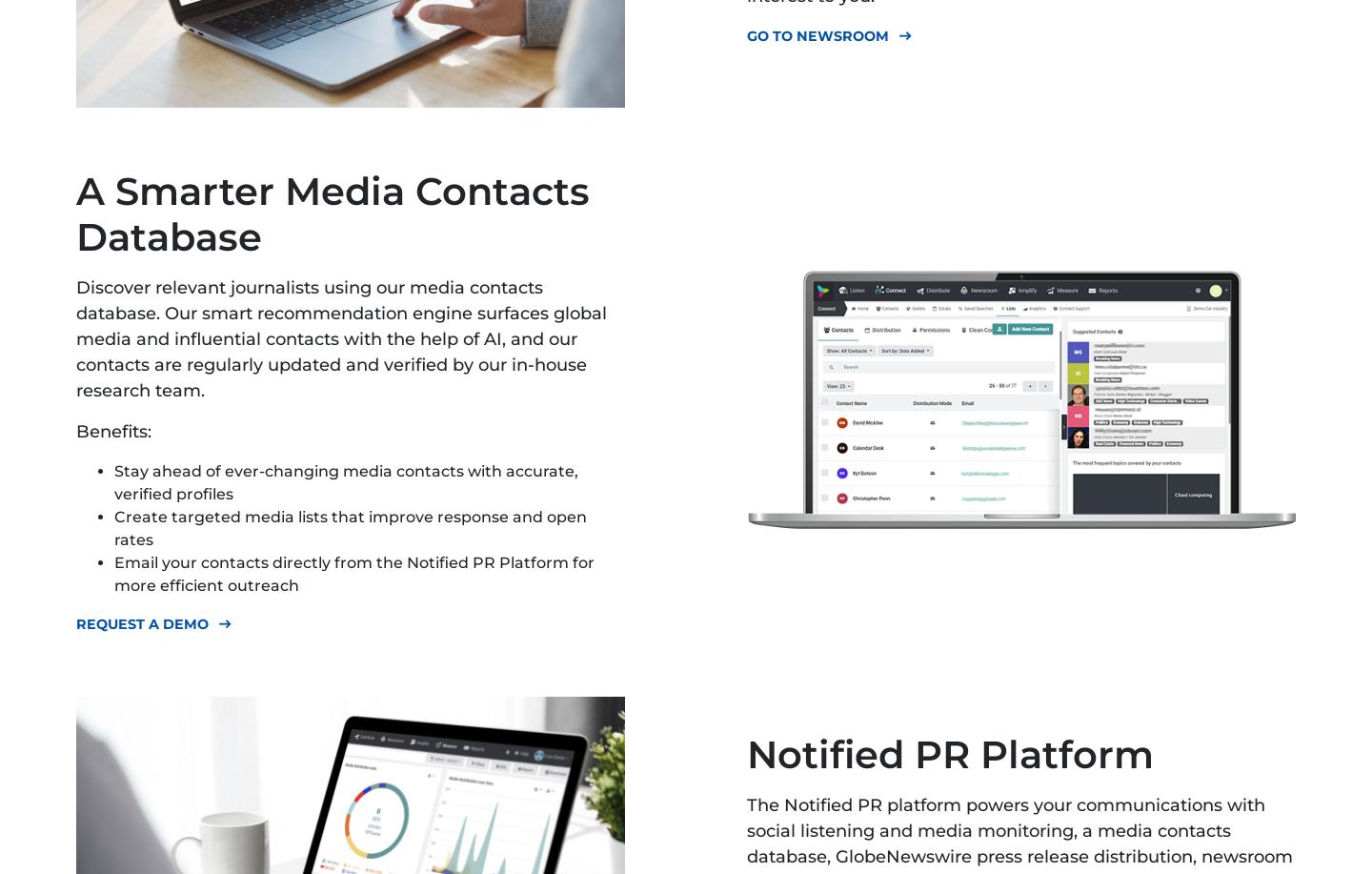  Describe the element at coordinates (949, 754) in the screenshot. I see `'Notified PR Platform'` at that location.